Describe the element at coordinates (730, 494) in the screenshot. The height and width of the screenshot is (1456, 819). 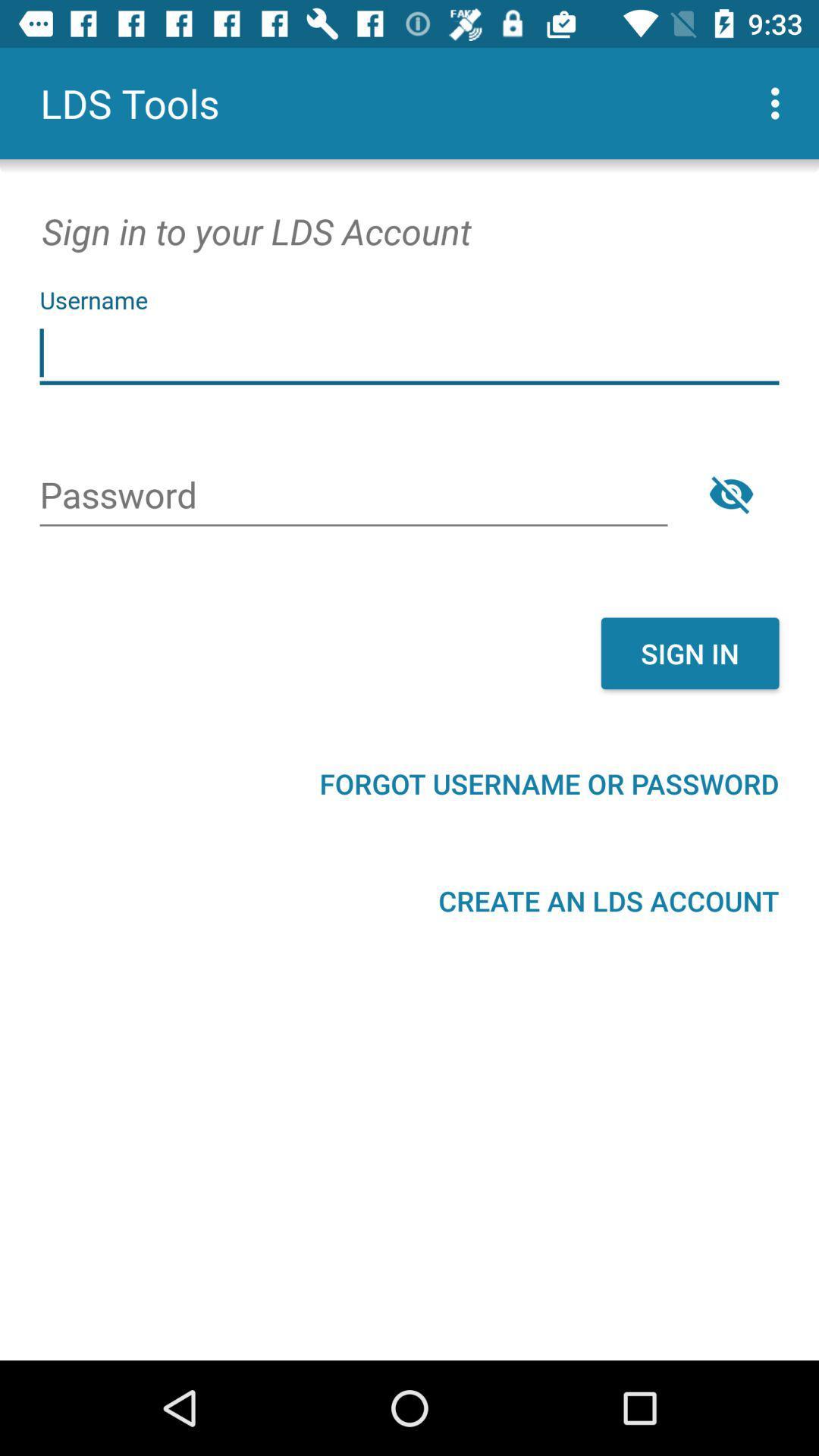
I see `the visibility icon` at that location.